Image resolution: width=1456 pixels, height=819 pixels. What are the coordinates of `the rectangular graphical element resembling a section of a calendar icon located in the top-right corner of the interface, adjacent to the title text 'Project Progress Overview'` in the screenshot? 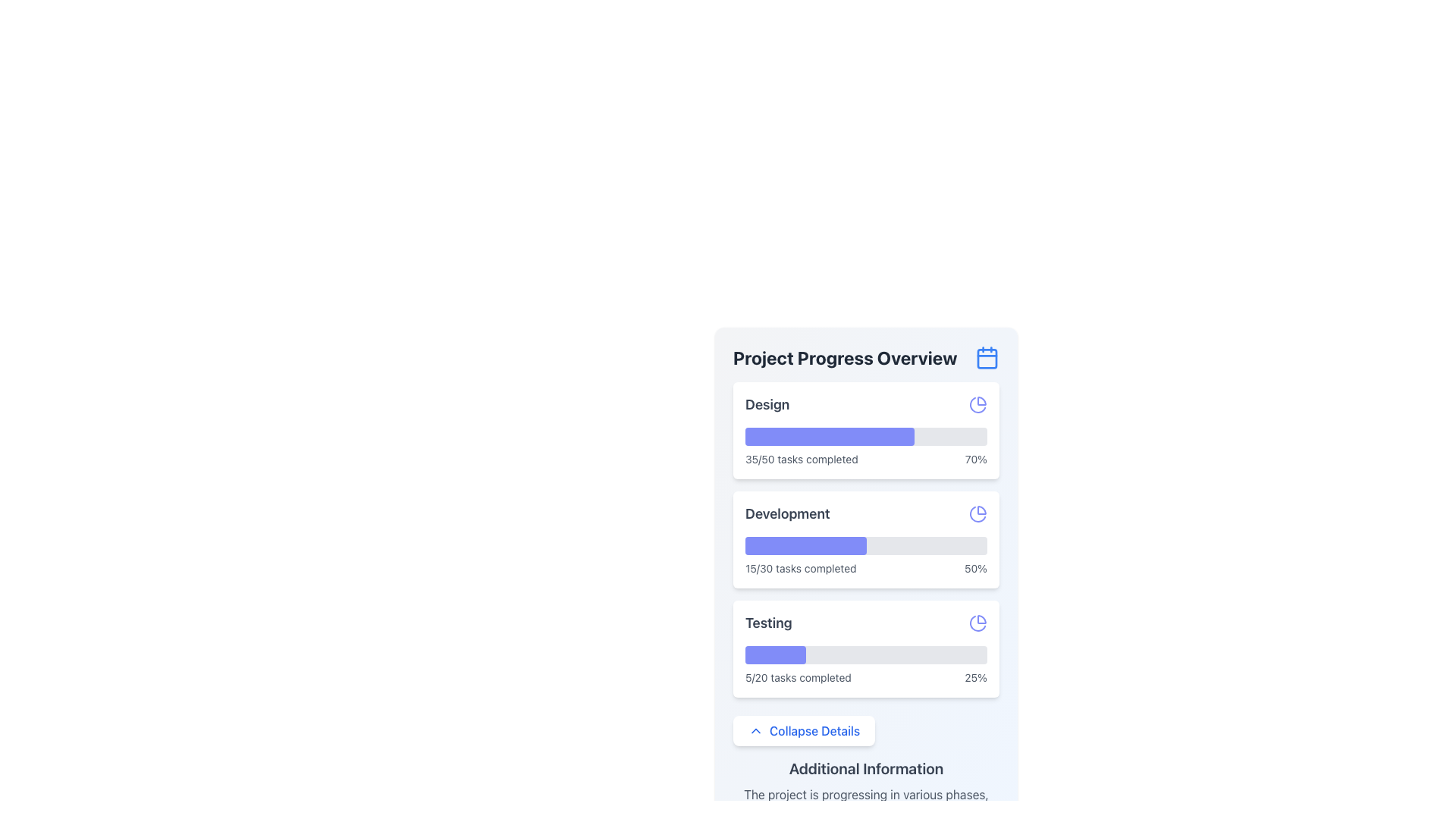 It's located at (987, 359).